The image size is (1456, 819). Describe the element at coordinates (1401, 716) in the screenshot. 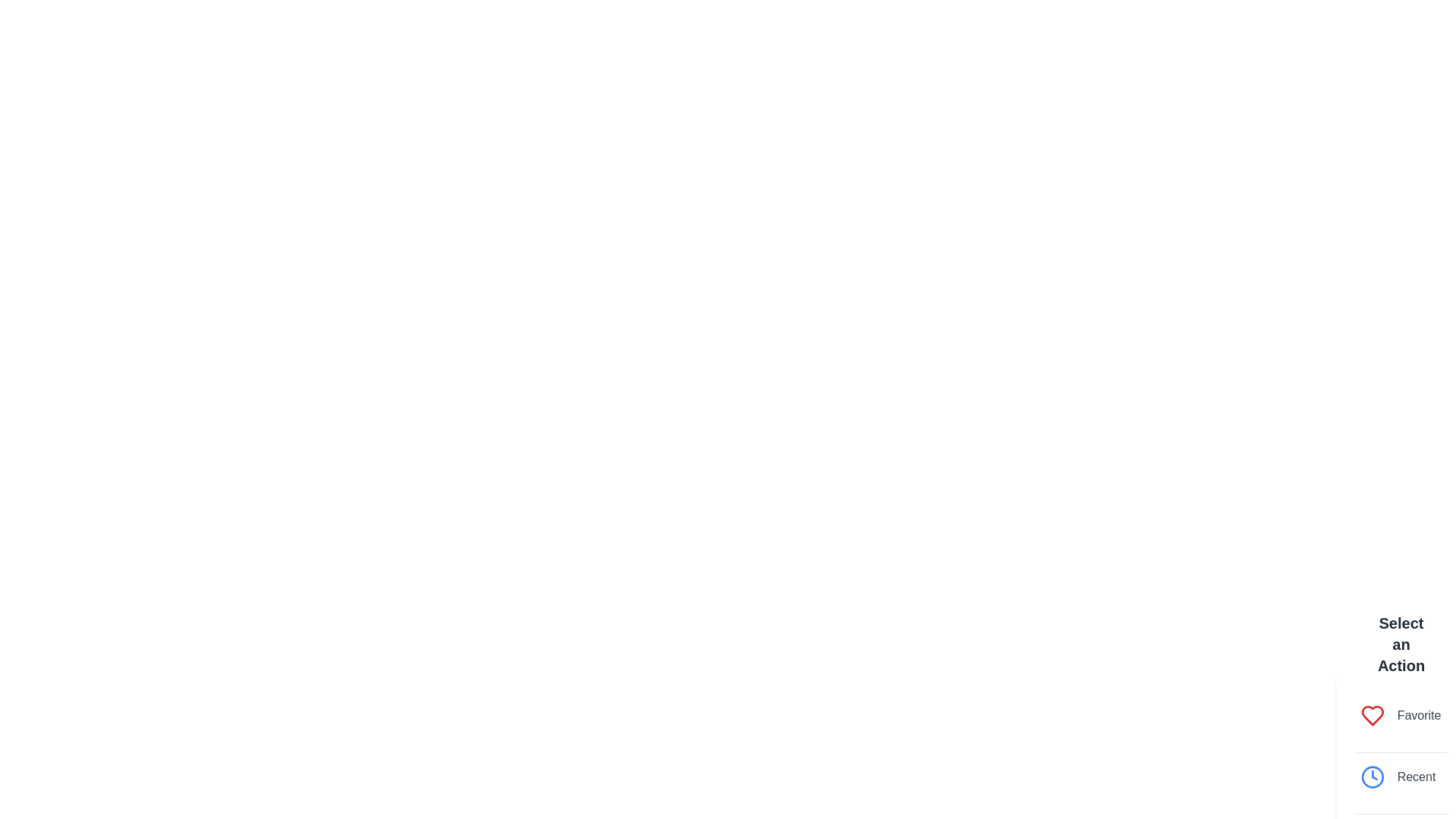

I see `the option Favorite from the menu` at that location.